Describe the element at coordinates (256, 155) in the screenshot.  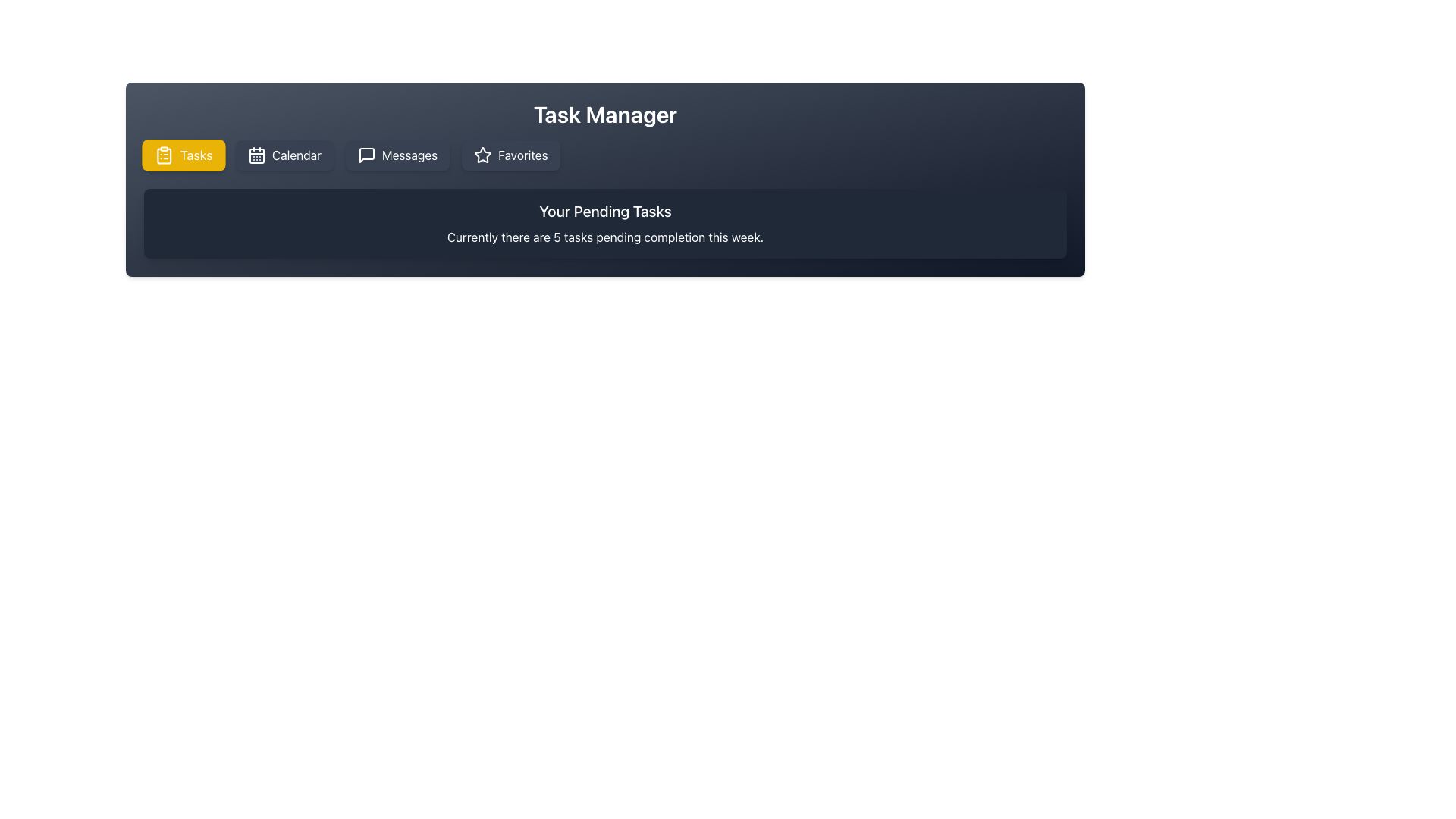
I see `the calendar icon, which is part of the active 'Calendar' button in the navigation bar` at that location.